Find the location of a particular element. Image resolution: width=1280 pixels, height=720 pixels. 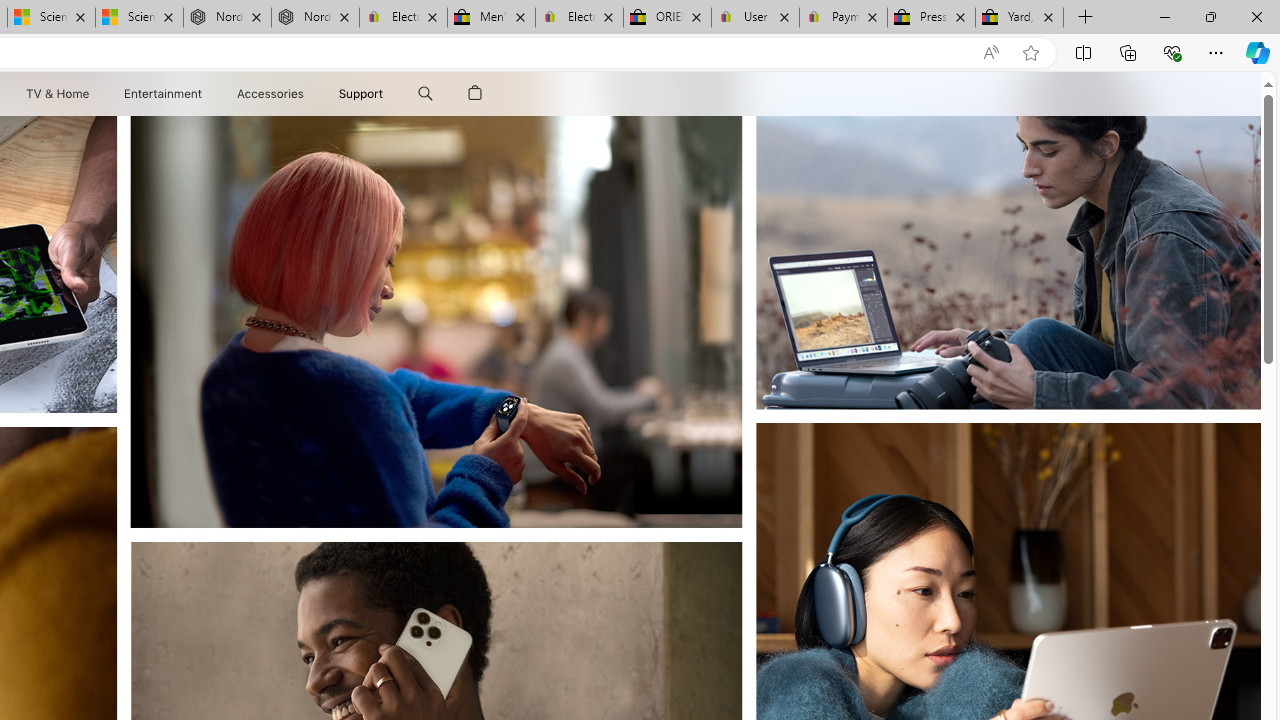

'Accessories menu' is located at coordinates (306, 93).